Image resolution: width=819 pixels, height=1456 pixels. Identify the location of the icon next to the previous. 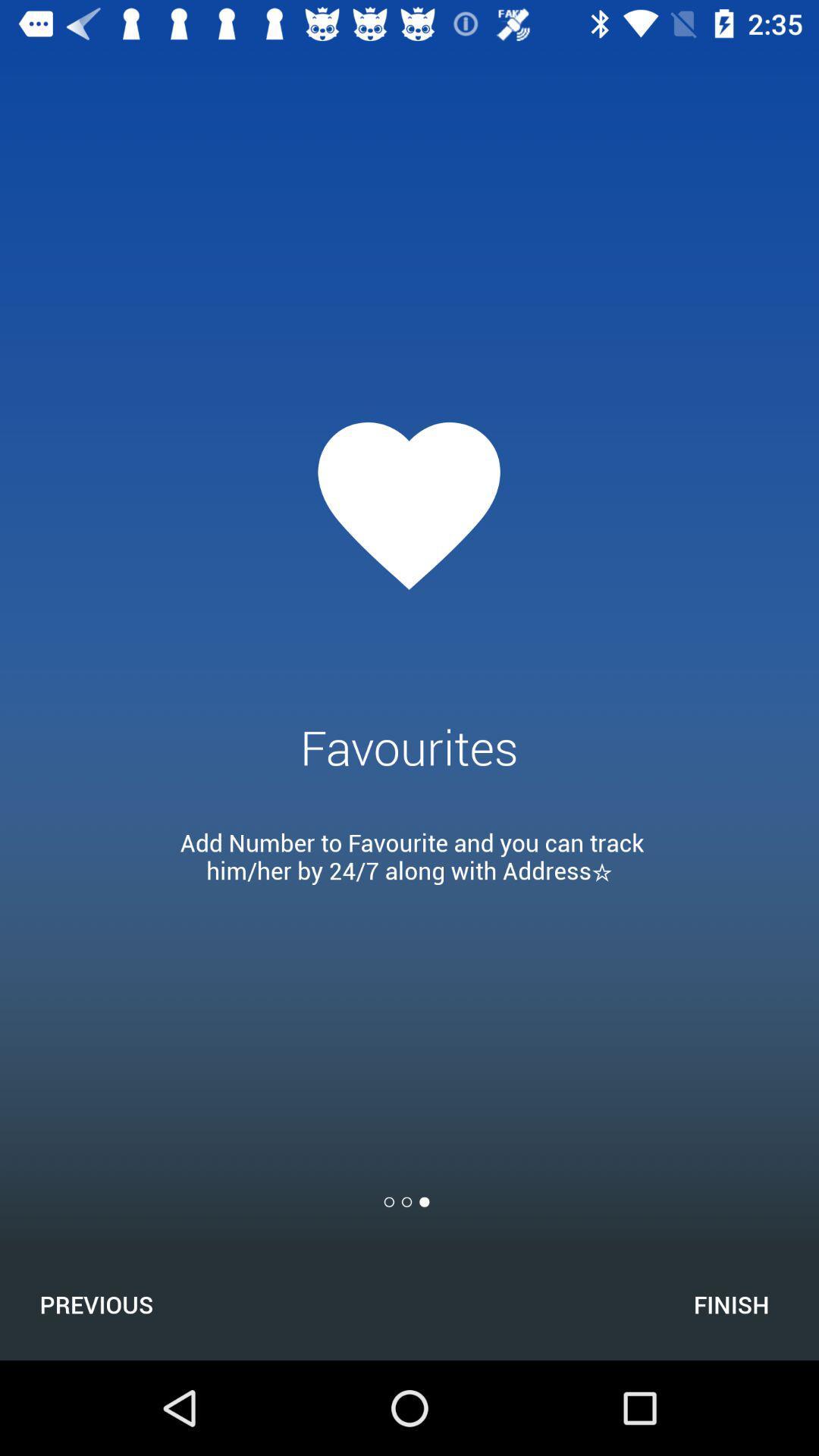
(730, 1304).